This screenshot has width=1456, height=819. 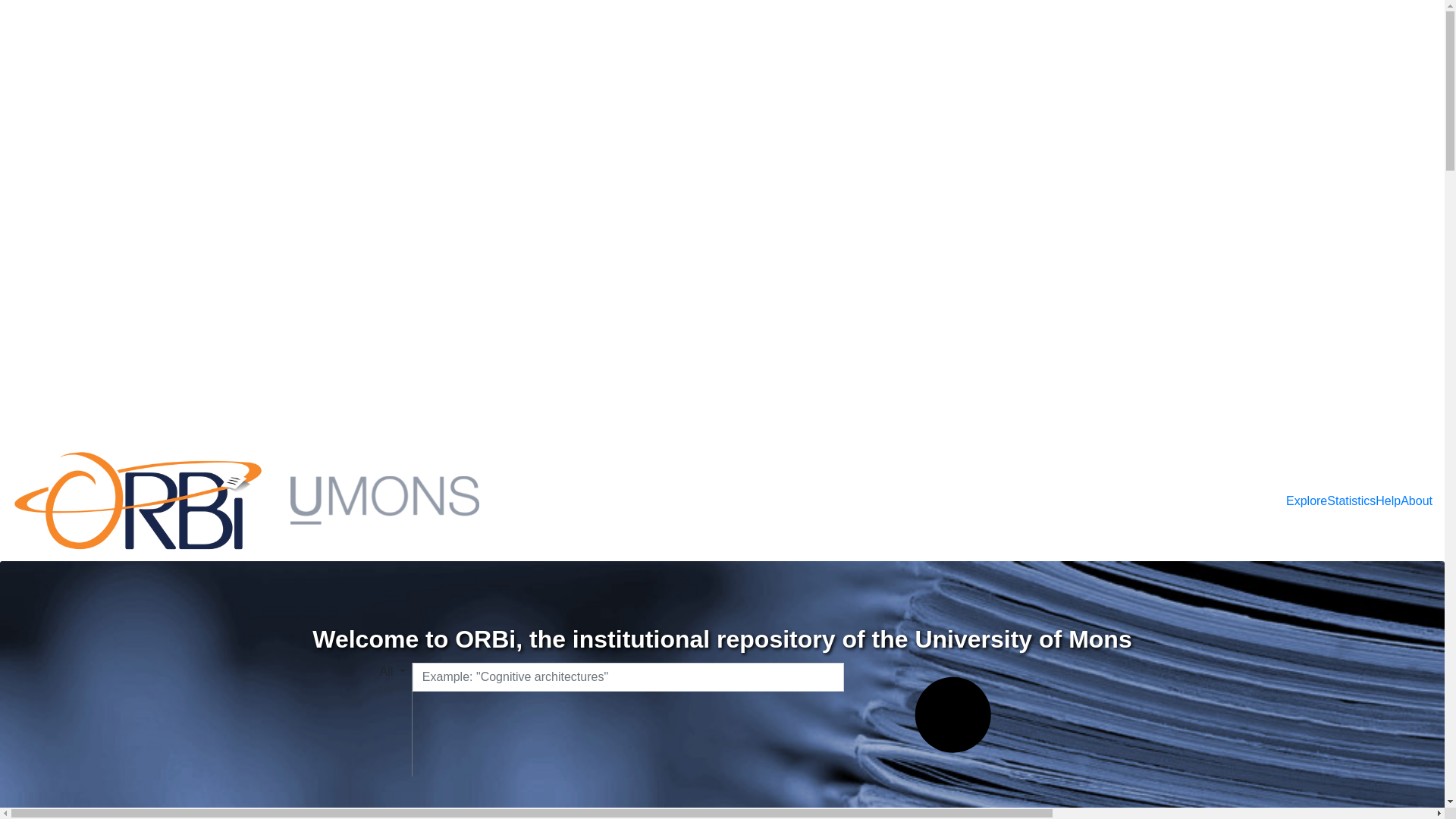 What do you see at coordinates (1306, 500) in the screenshot?
I see `'Explore'` at bounding box center [1306, 500].